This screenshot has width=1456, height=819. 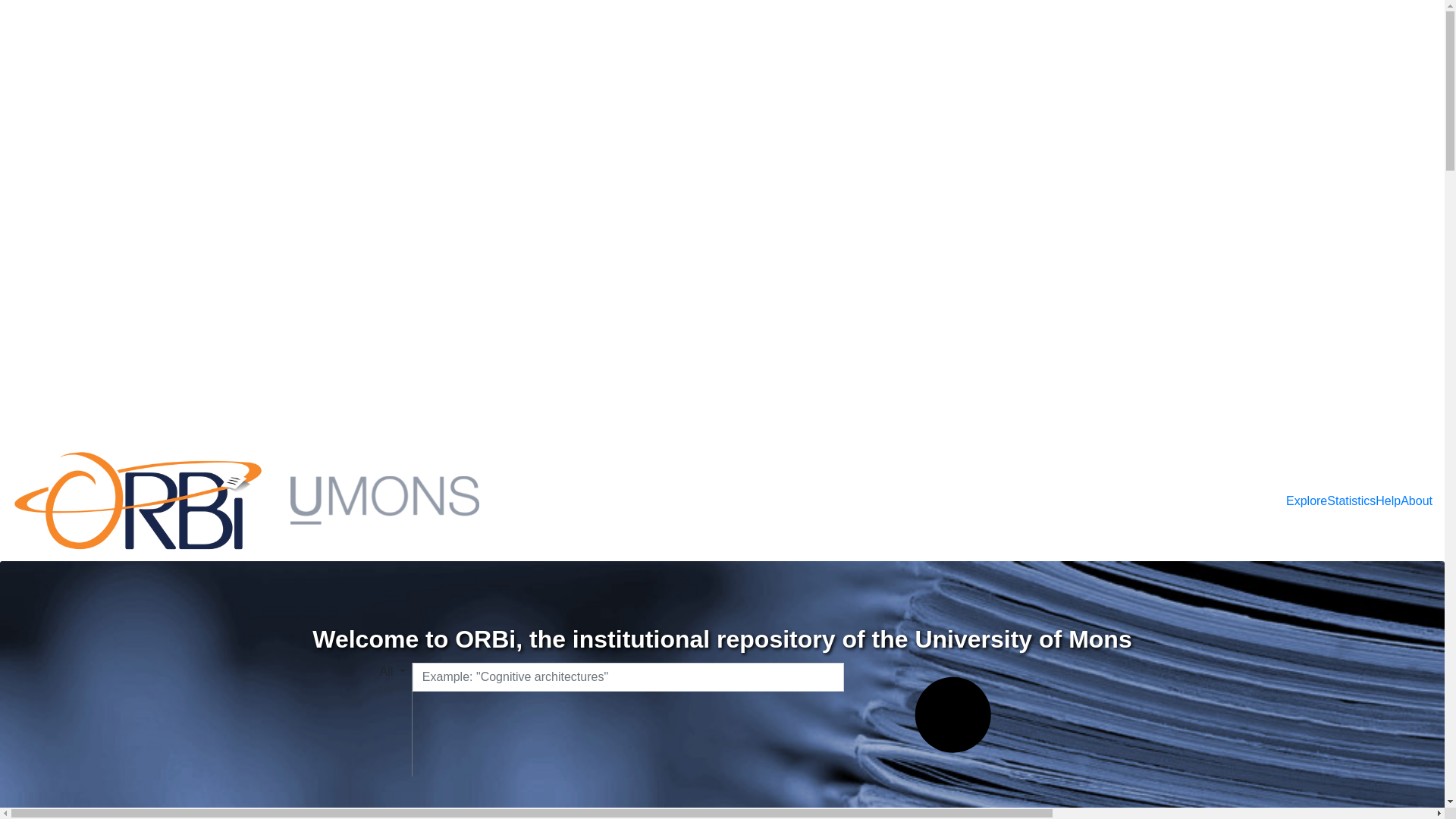 What do you see at coordinates (1306, 500) in the screenshot?
I see `'Explore'` at bounding box center [1306, 500].